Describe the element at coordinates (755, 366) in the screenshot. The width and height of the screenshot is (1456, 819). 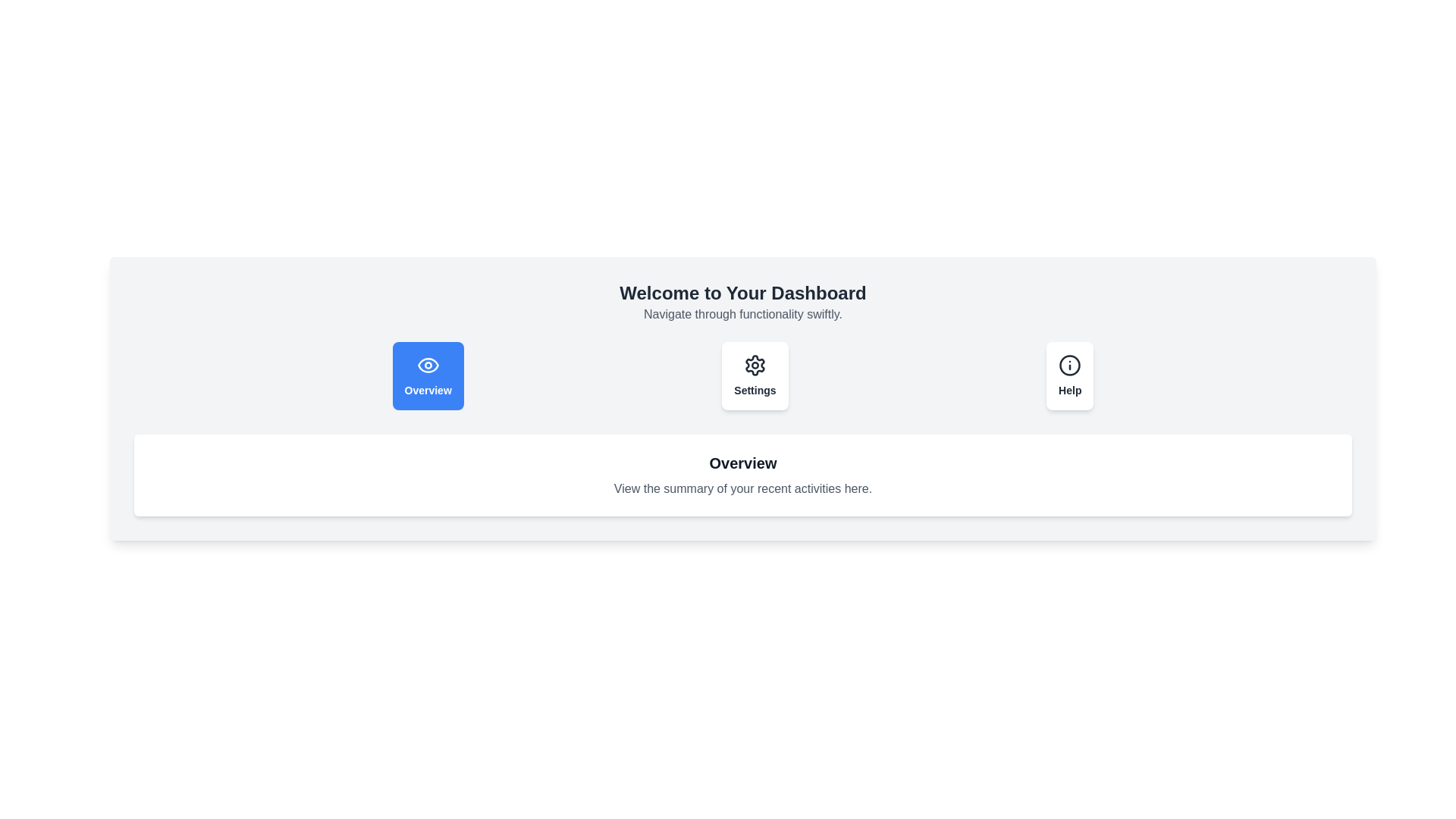
I see `the gear-shaped settings icon located at the center of the interface, beneath the title 'Welcome to Your Dashboard' and above the label 'Overview' to interact with or navigate to settings` at that location.